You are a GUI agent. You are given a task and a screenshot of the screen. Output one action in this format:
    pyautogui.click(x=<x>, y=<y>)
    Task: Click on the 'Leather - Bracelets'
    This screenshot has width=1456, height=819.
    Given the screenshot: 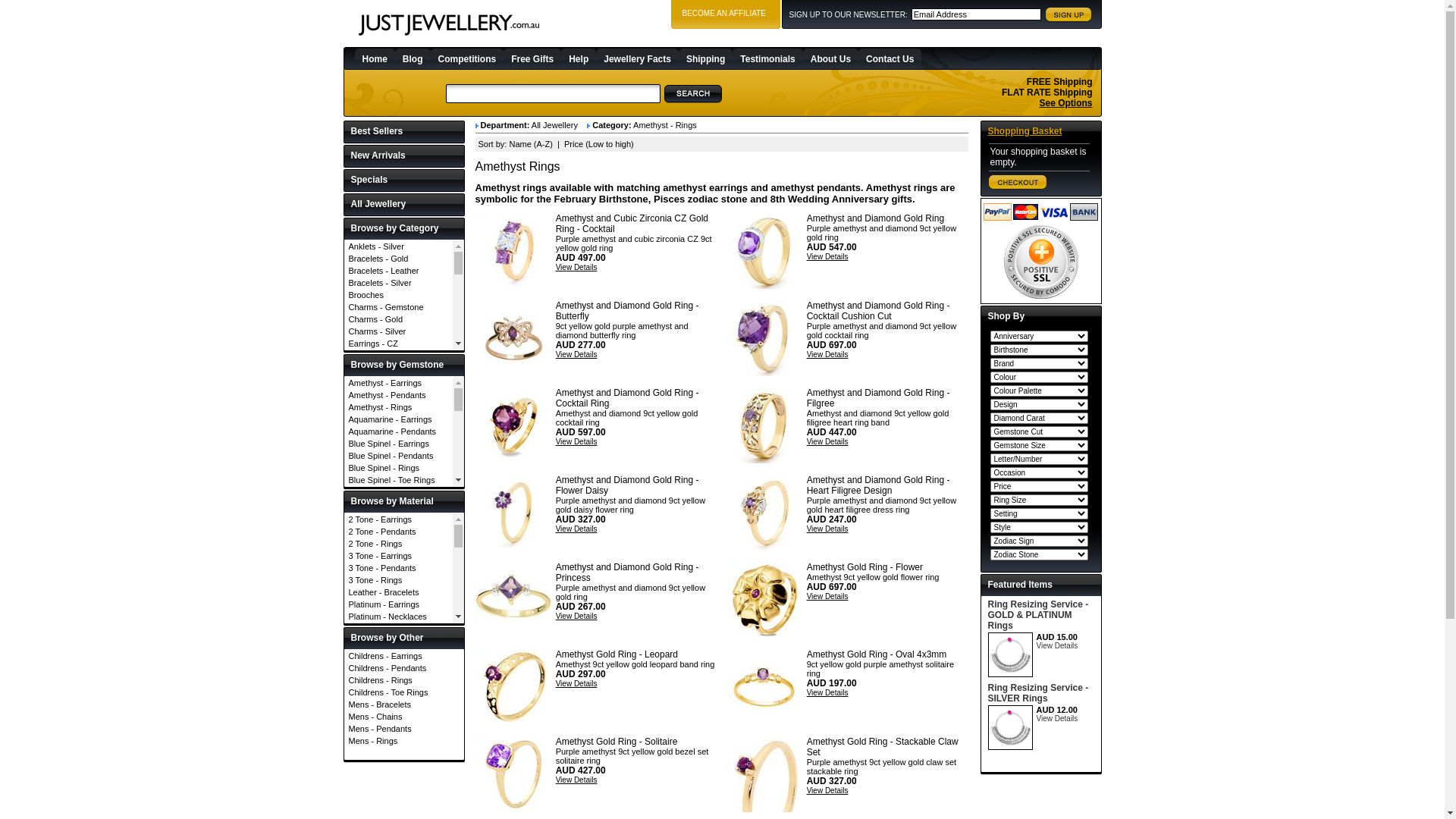 What is the action you would take?
    pyautogui.click(x=398, y=591)
    